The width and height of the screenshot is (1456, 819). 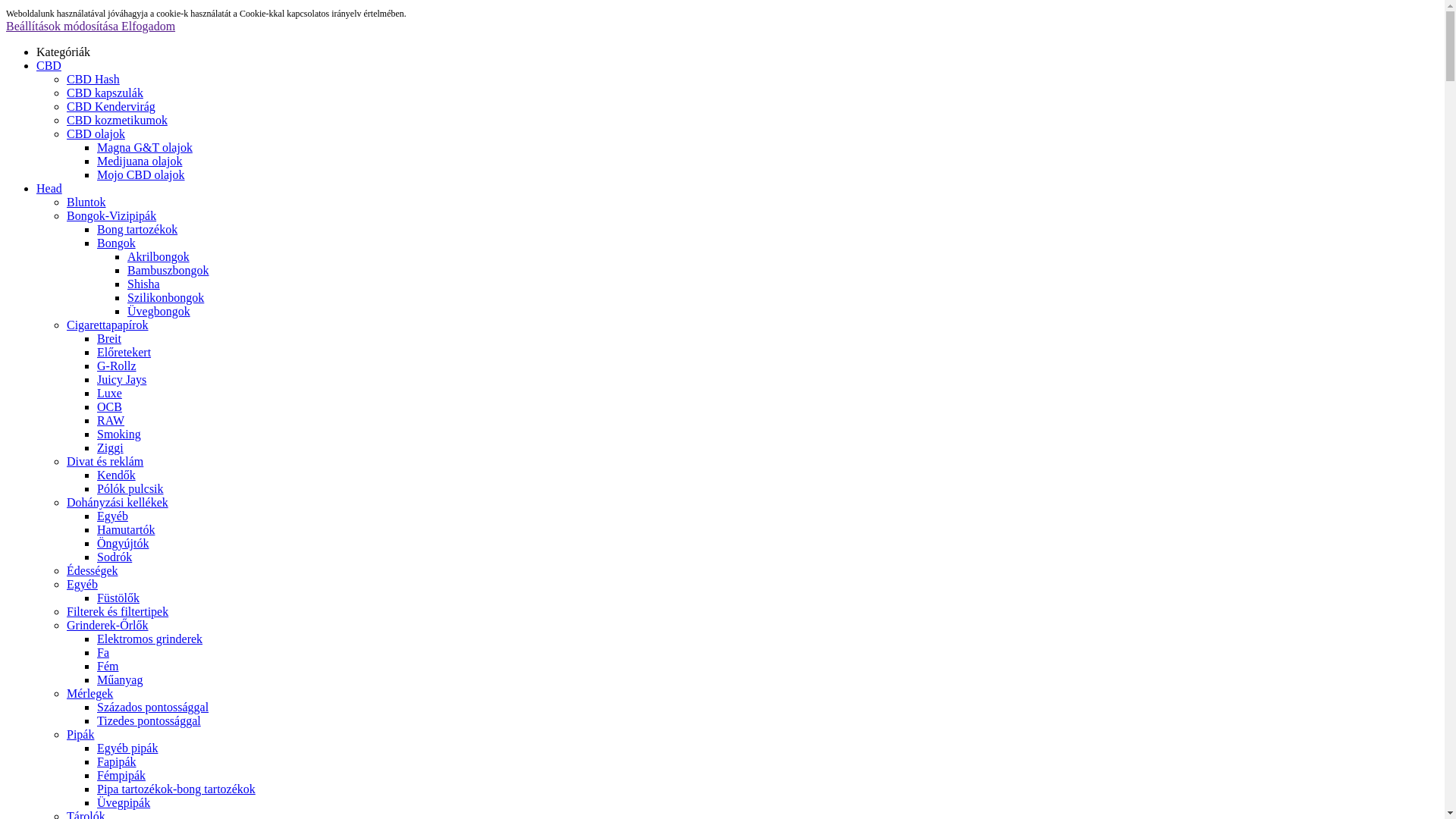 I want to click on 'Mojo CBD olajok', so click(x=141, y=174).